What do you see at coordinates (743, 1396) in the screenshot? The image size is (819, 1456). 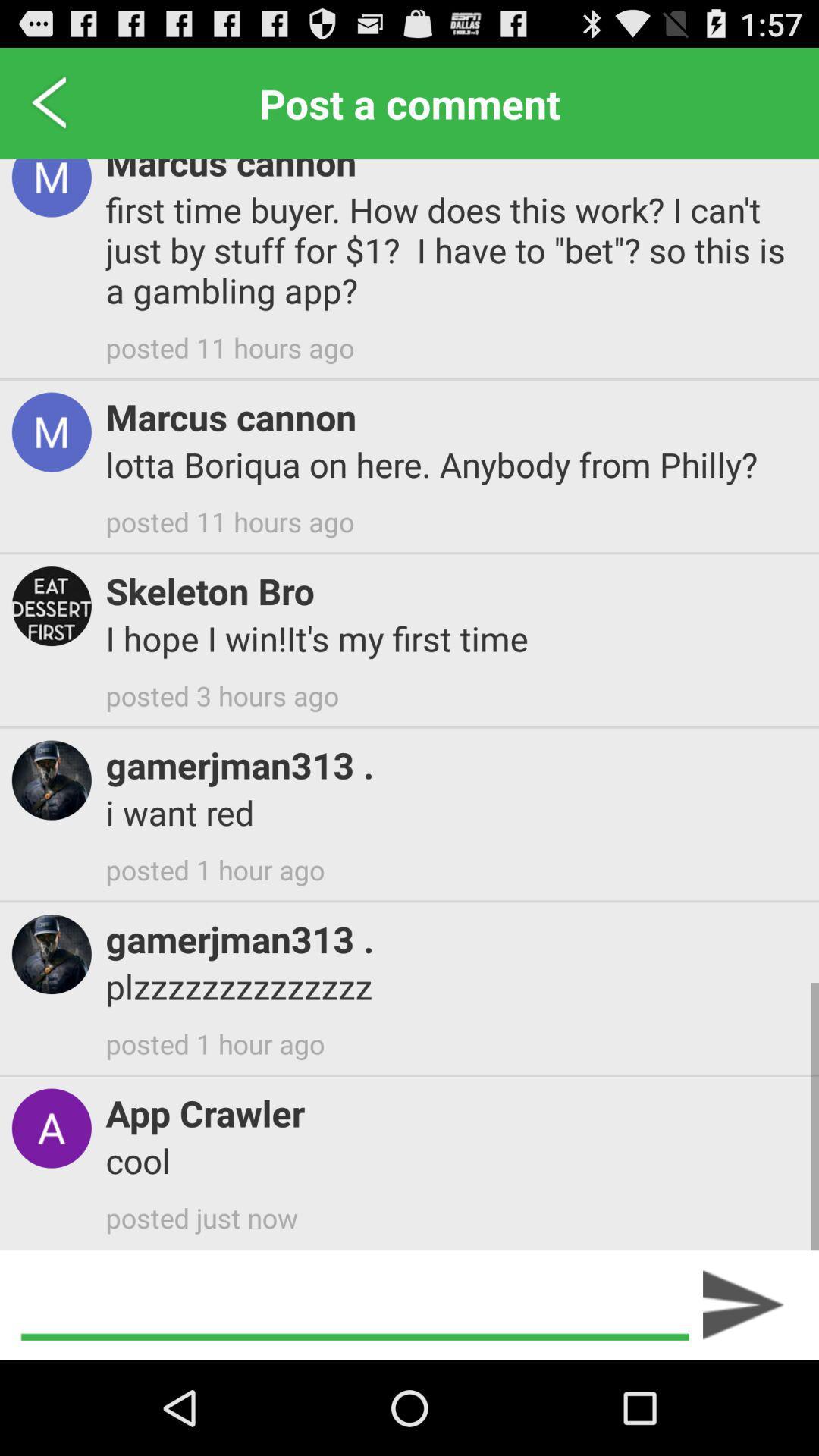 I see `the send icon` at bounding box center [743, 1396].